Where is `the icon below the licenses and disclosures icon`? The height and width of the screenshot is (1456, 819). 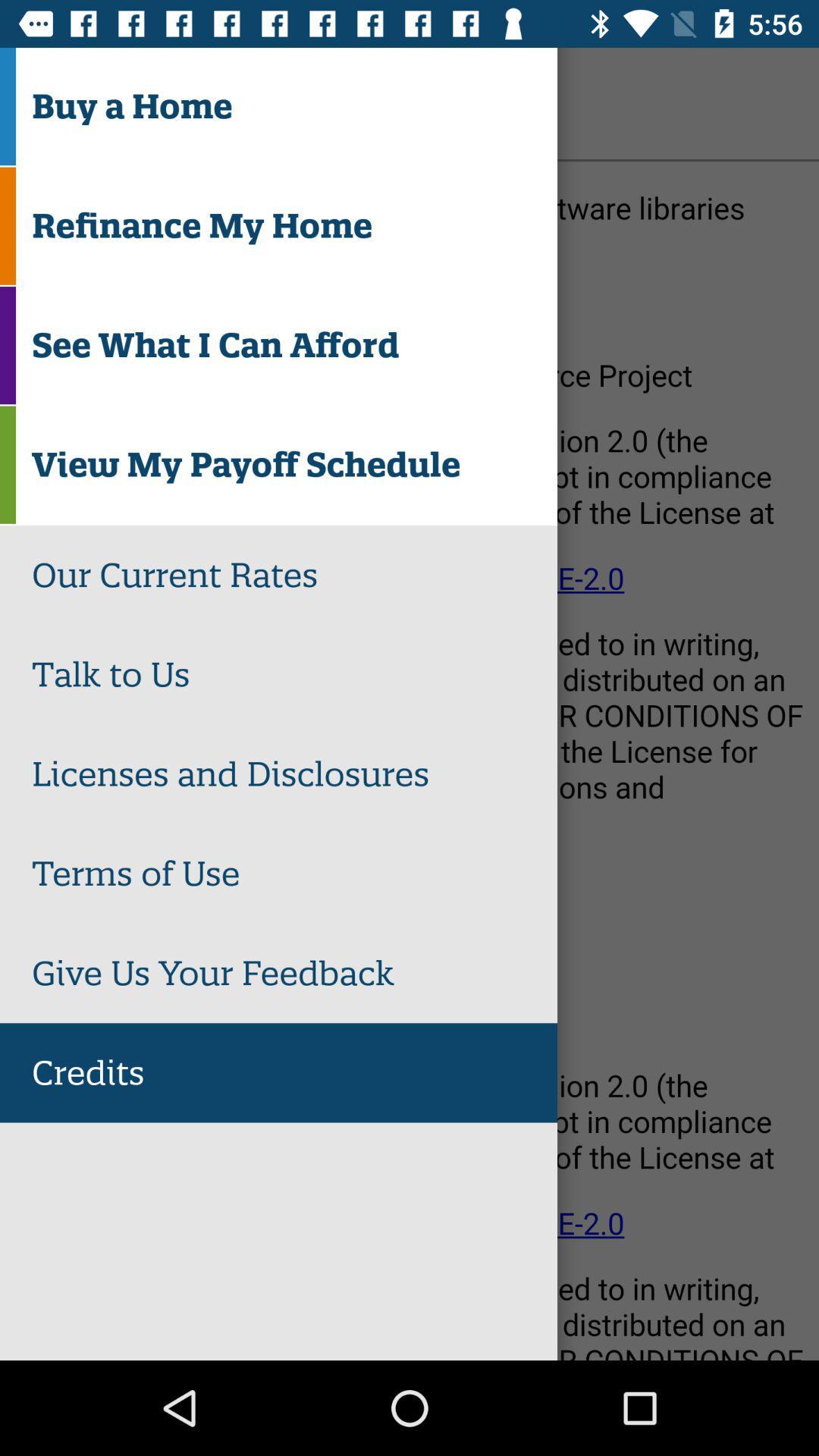
the icon below the licenses and disclosures icon is located at coordinates (294, 874).